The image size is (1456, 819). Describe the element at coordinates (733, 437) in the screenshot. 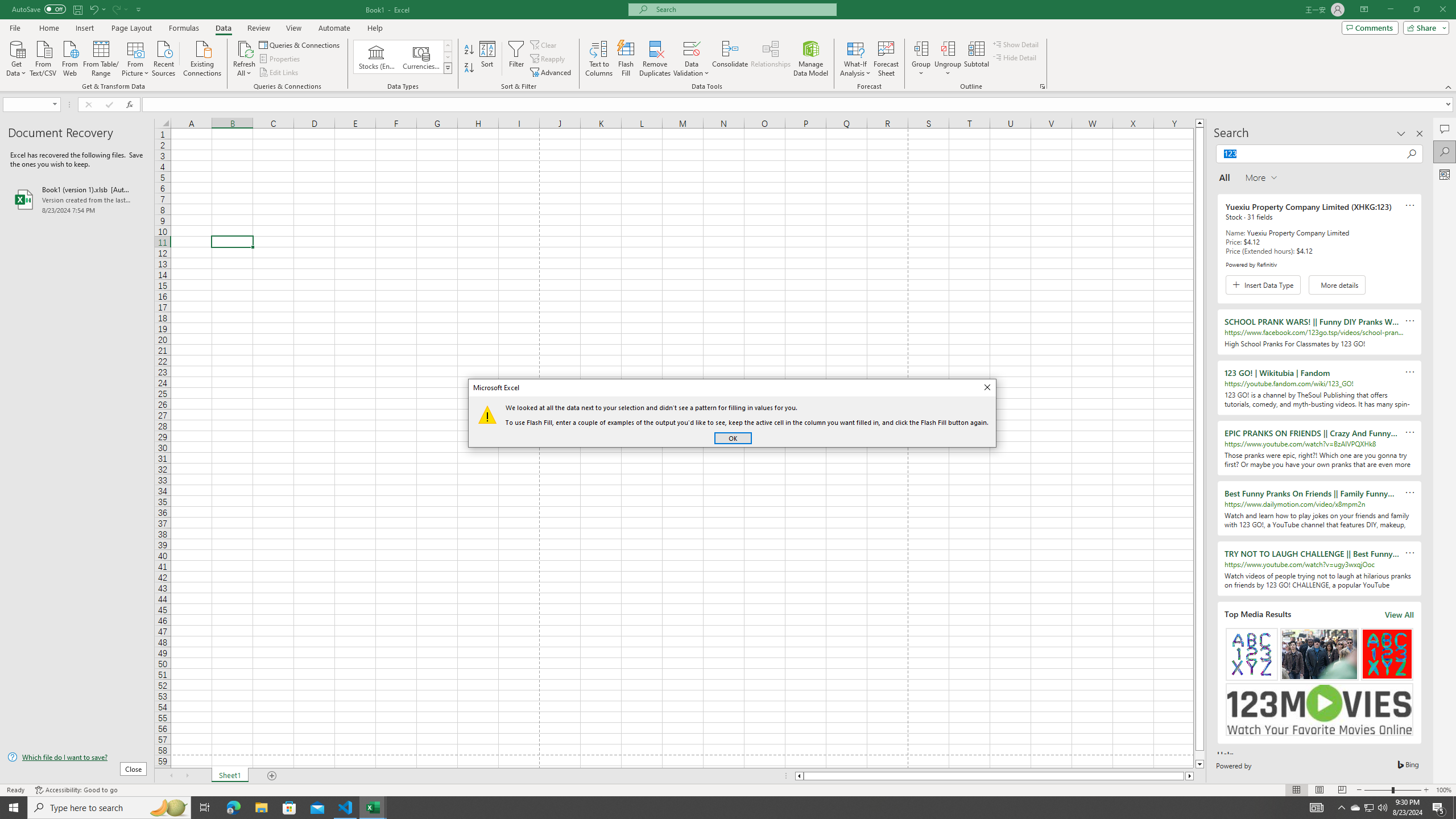

I see `'OK'` at that location.